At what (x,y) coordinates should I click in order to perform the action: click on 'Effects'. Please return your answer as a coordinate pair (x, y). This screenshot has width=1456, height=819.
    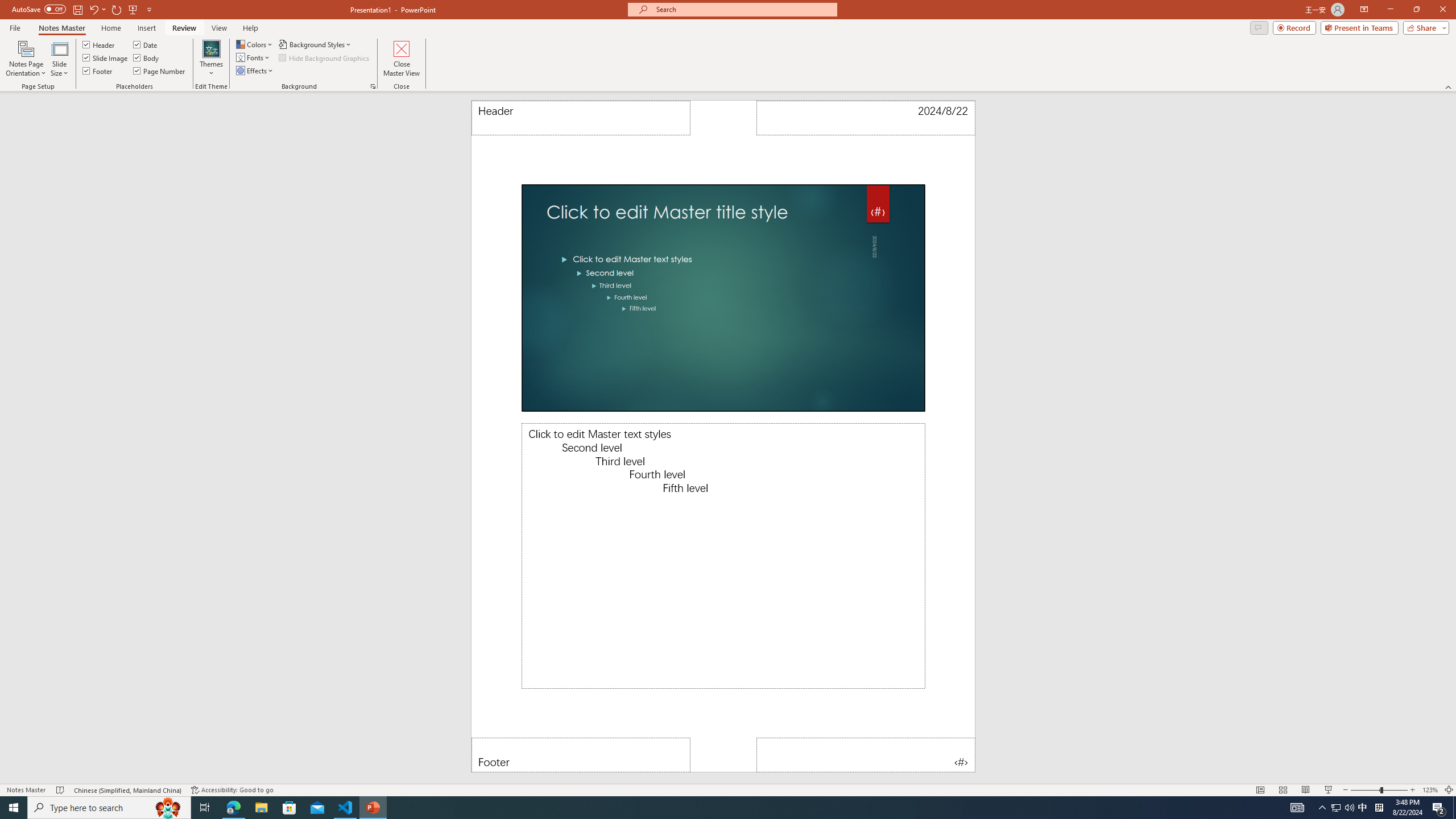
    Looking at the image, I should click on (255, 69).